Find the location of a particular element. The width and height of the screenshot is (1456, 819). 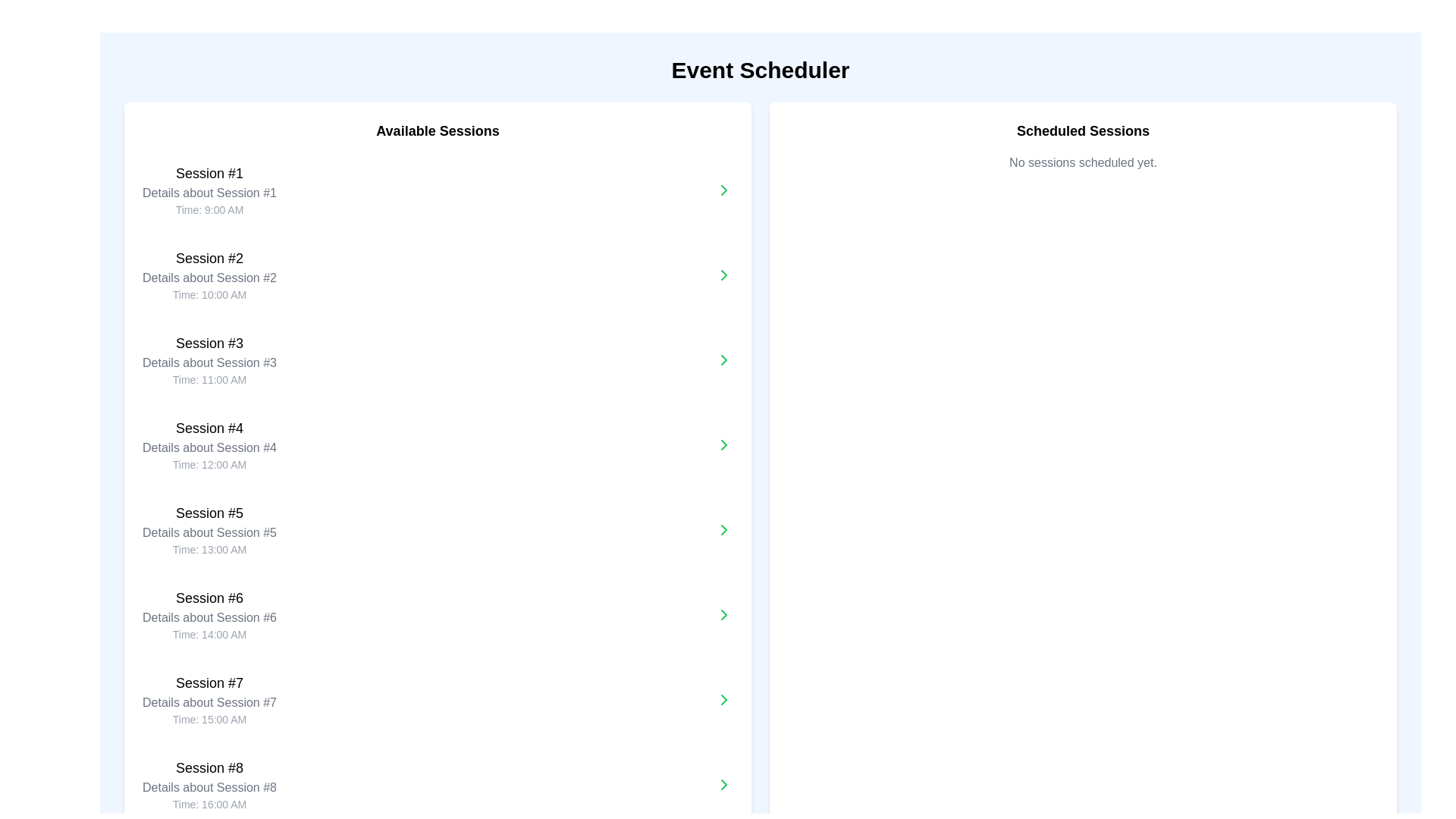

the right-pointing chevron indicator corresponding to 'Session #8' in the 'Available Sessions' list is located at coordinates (723, 784).